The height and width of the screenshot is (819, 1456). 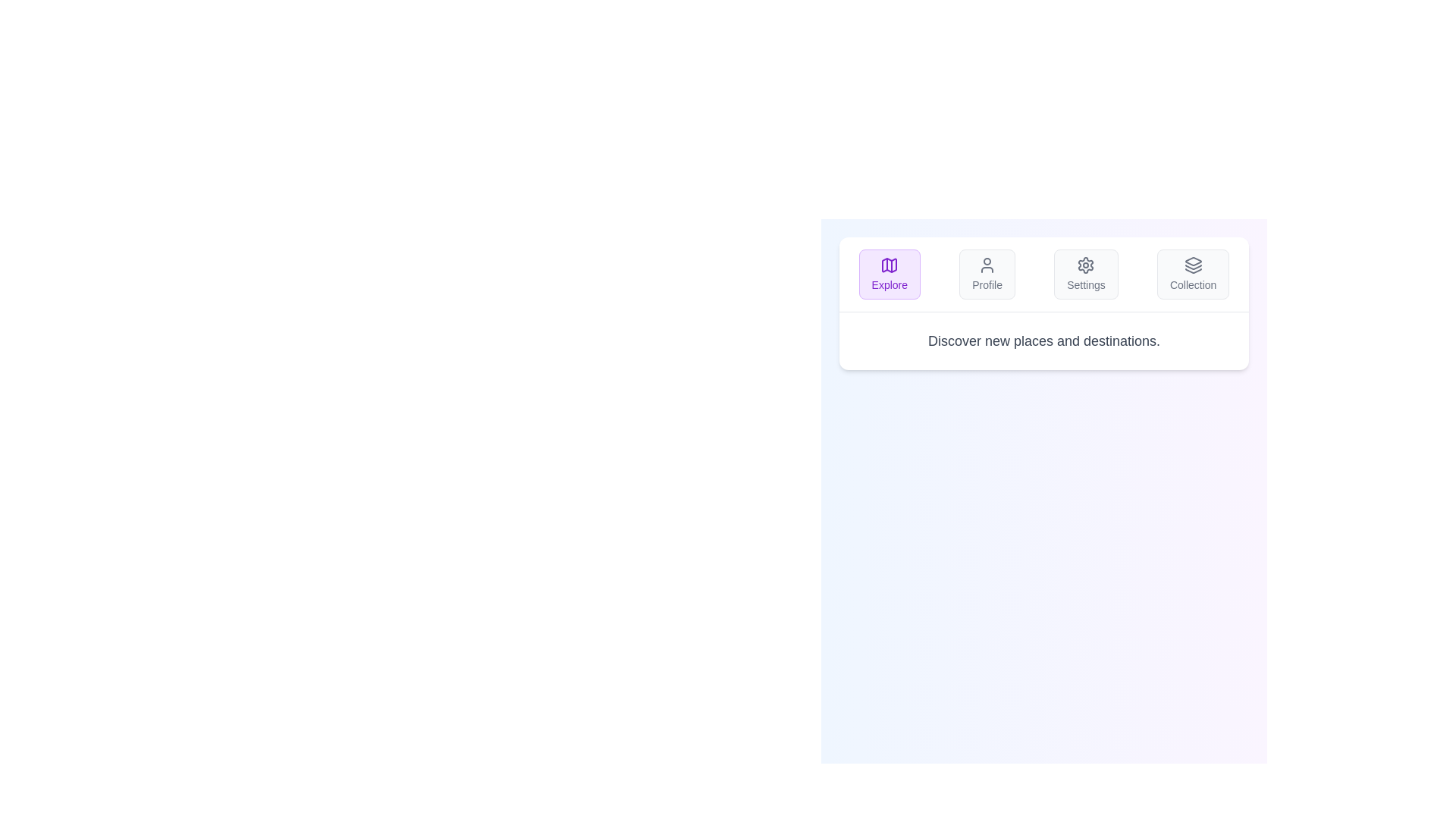 What do you see at coordinates (1192, 275) in the screenshot?
I see `the navigation button that leads to the 'Collection' section, which is the fourth button in a horizontal list, positioned to the far right next to the 'Settings' button` at bounding box center [1192, 275].